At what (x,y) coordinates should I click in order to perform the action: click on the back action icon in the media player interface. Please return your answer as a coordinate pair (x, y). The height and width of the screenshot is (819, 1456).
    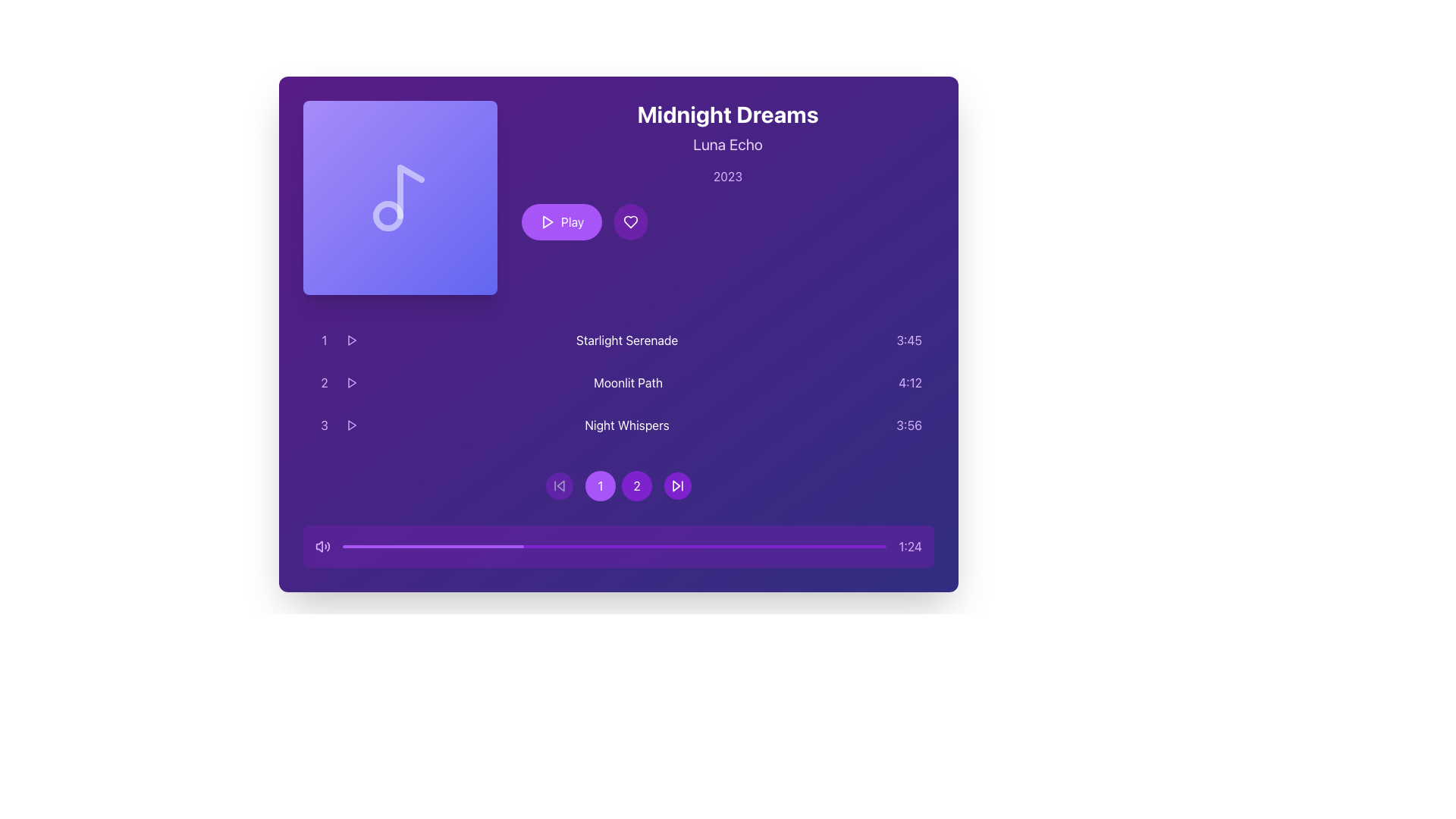
    Looking at the image, I should click on (560, 485).